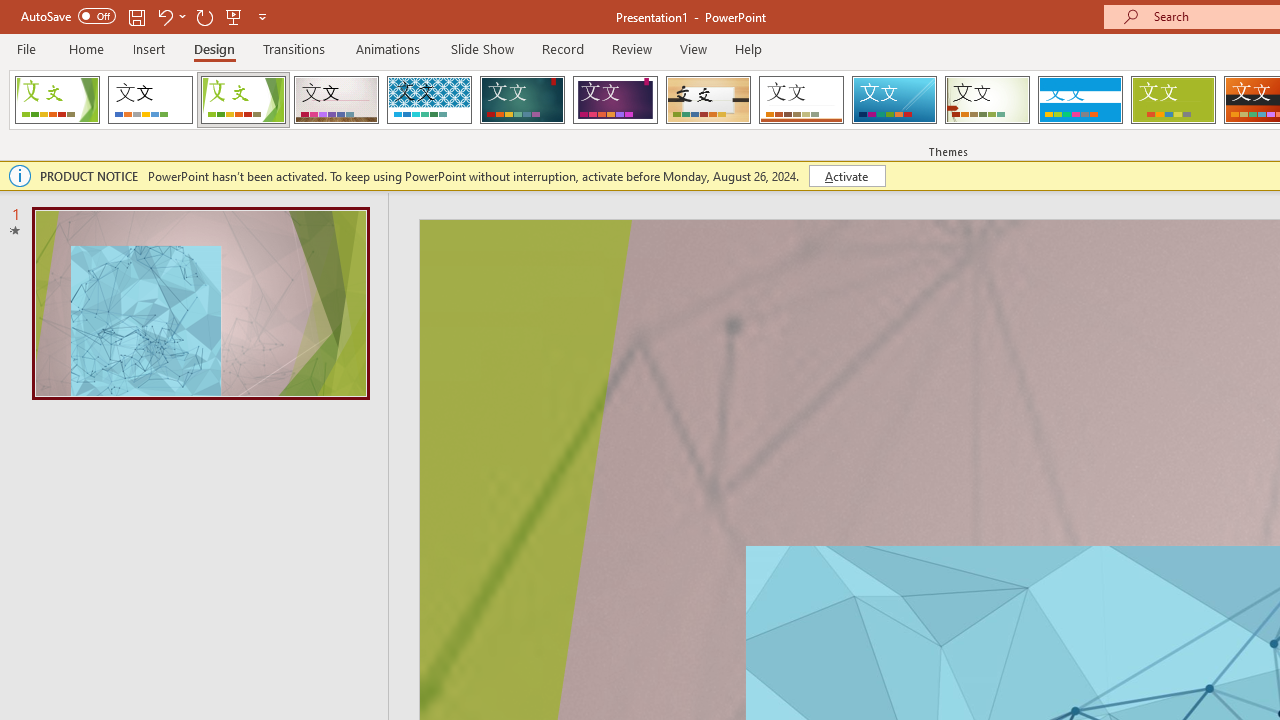 This screenshot has width=1280, height=720. Describe the element at coordinates (522, 100) in the screenshot. I see `'Ion'` at that location.